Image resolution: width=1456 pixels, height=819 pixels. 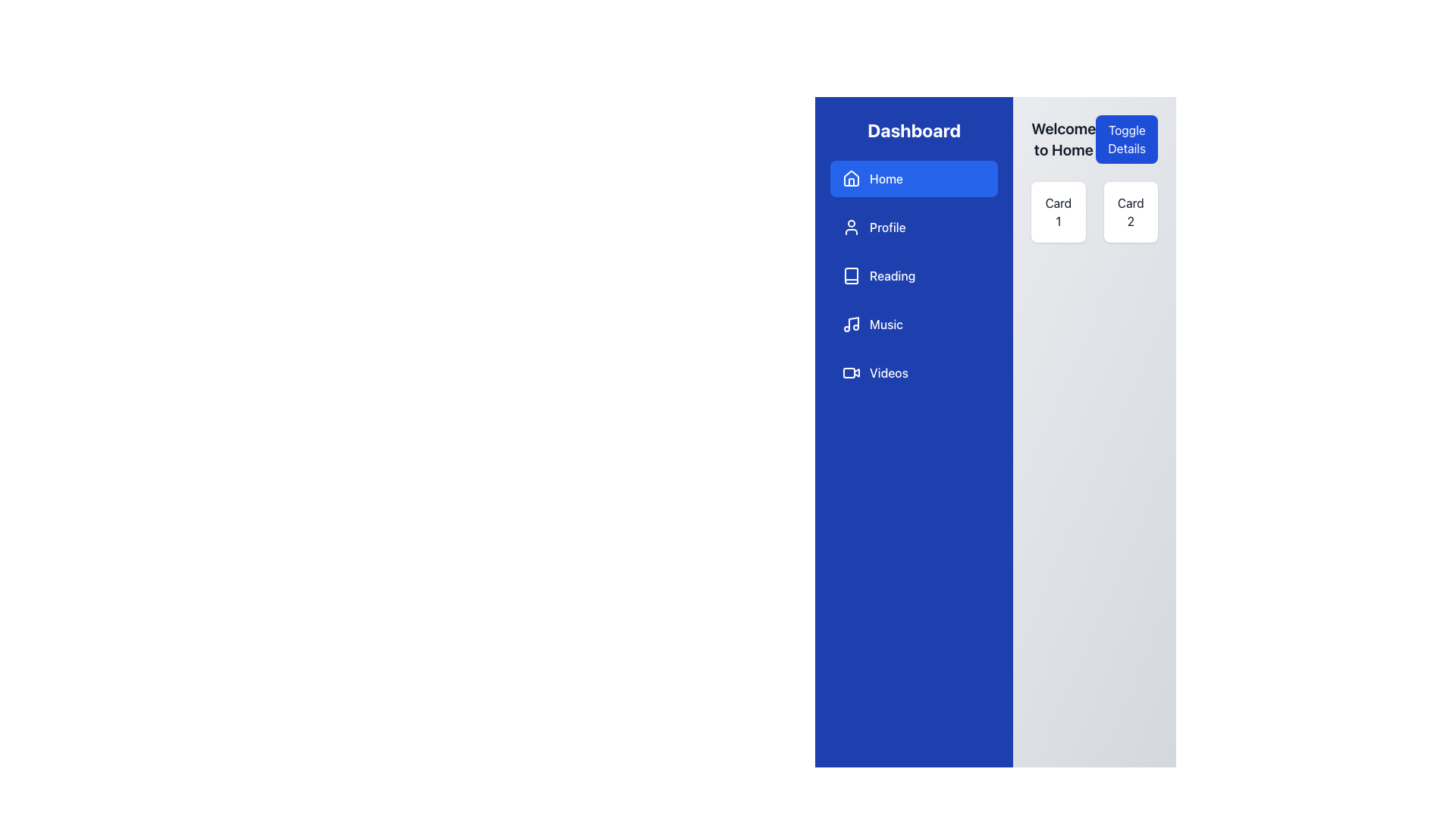 What do you see at coordinates (852, 324) in the screenshot?
I see `the musical note icon located to the left of the 'Music' label in the vertical navigation menu` at bounding box center [852, 324].